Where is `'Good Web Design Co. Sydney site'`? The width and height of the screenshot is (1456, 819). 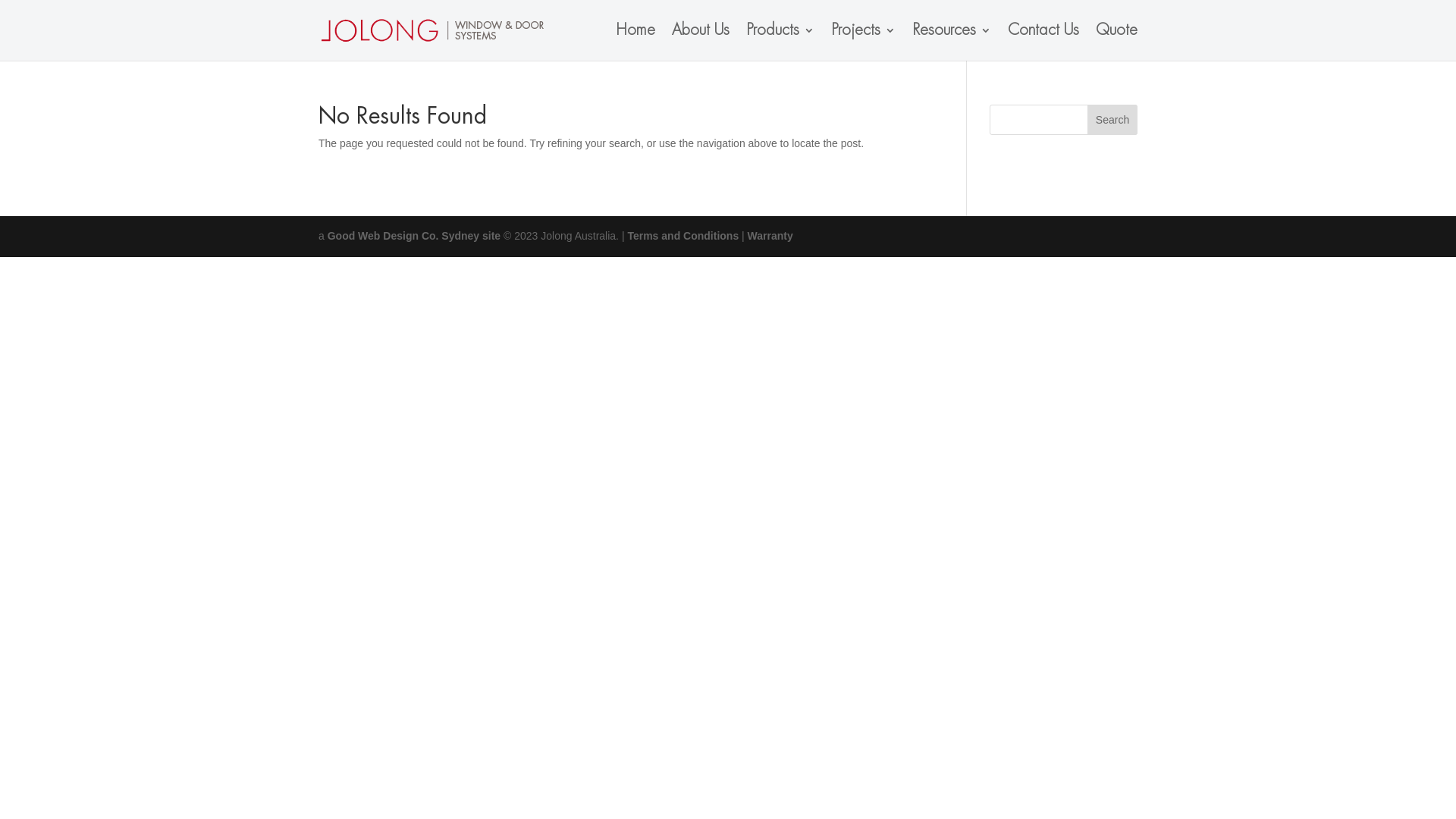
'Good Web Design Co. Sydney site' is located at coordinates (414, 236).